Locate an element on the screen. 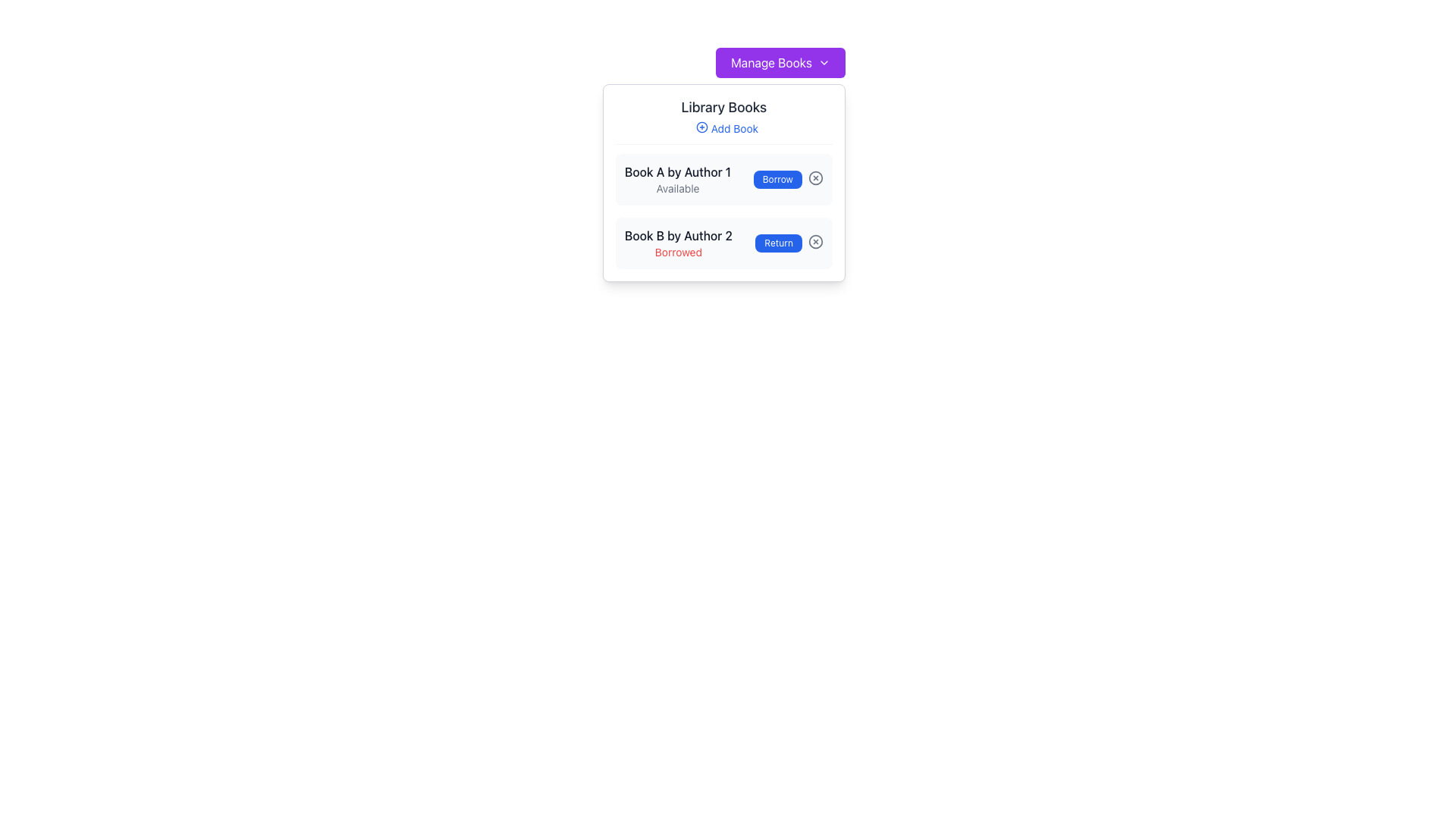 This screenshot has width=1456, height=819. the text display element showing 'Book A by Author 1' with status 'Available', which is located within the first card of the 'Library Books' section is located at coordinates (676, 178).